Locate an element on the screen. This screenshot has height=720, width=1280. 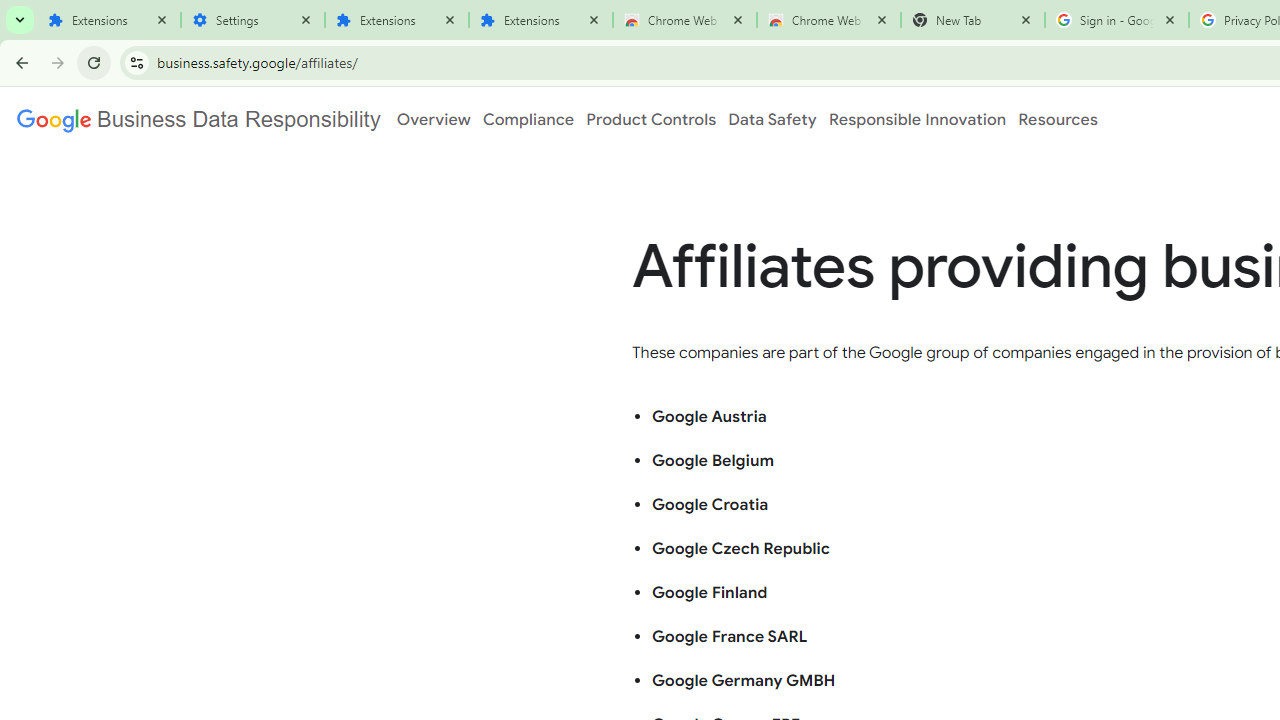
'Sign in - Google Accounts' is located at coordinates (1115, 20).